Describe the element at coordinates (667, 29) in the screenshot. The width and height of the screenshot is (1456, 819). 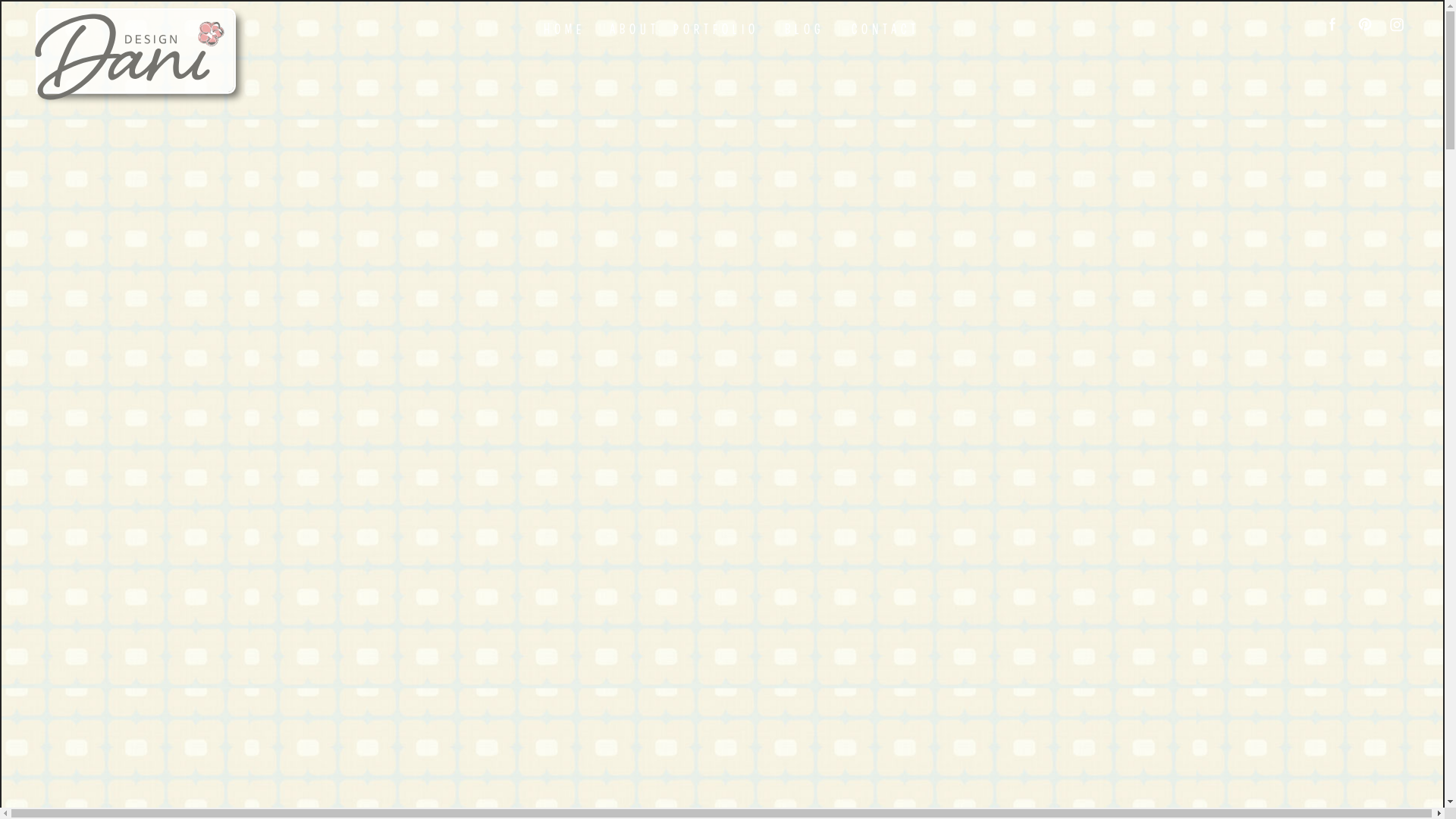
I see `'PORTFOLIO'` at that location.